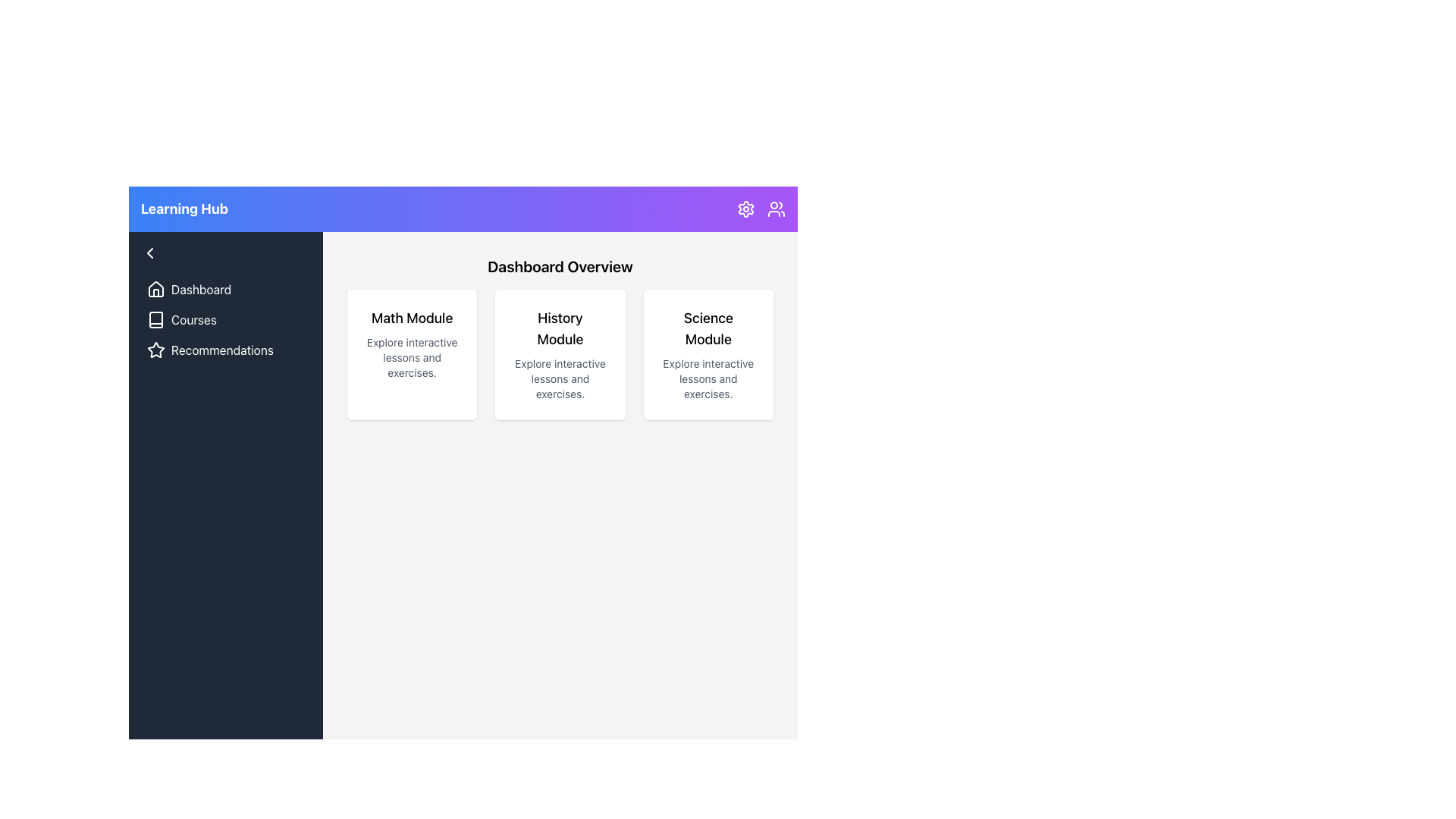 The image size is (1456, 819). Describe the element at coordinates (200, 289) in the screenshot. I see `the navigation link labeled 'Dashboard' located at the top of the navigation menu for keyboard navigation` at that location.